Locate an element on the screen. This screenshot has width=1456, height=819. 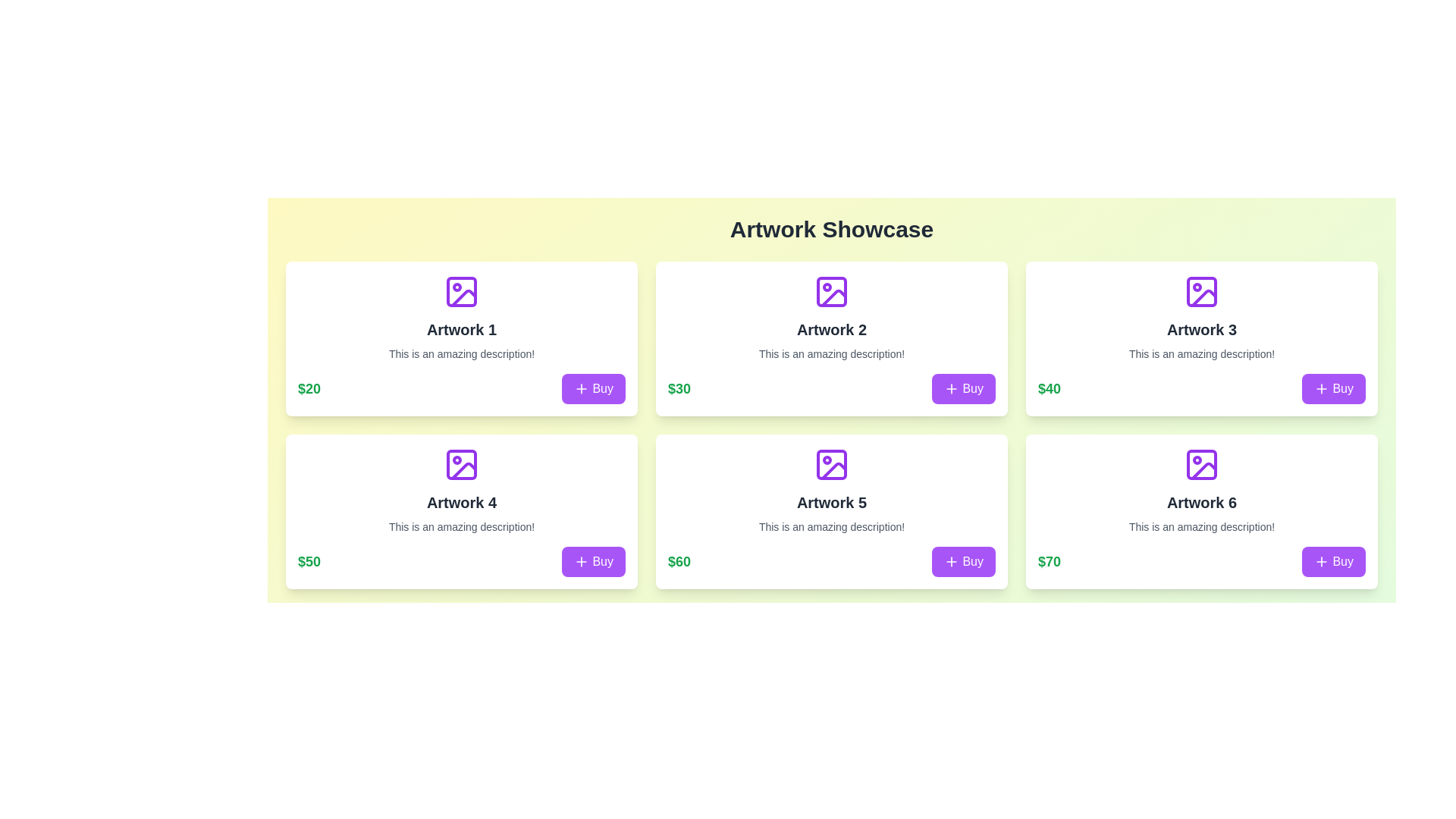
the text label displaying the price '$40', located in the third card from the left in the second row, next to the 'Buy' button is located at coordinates (1048, 388).